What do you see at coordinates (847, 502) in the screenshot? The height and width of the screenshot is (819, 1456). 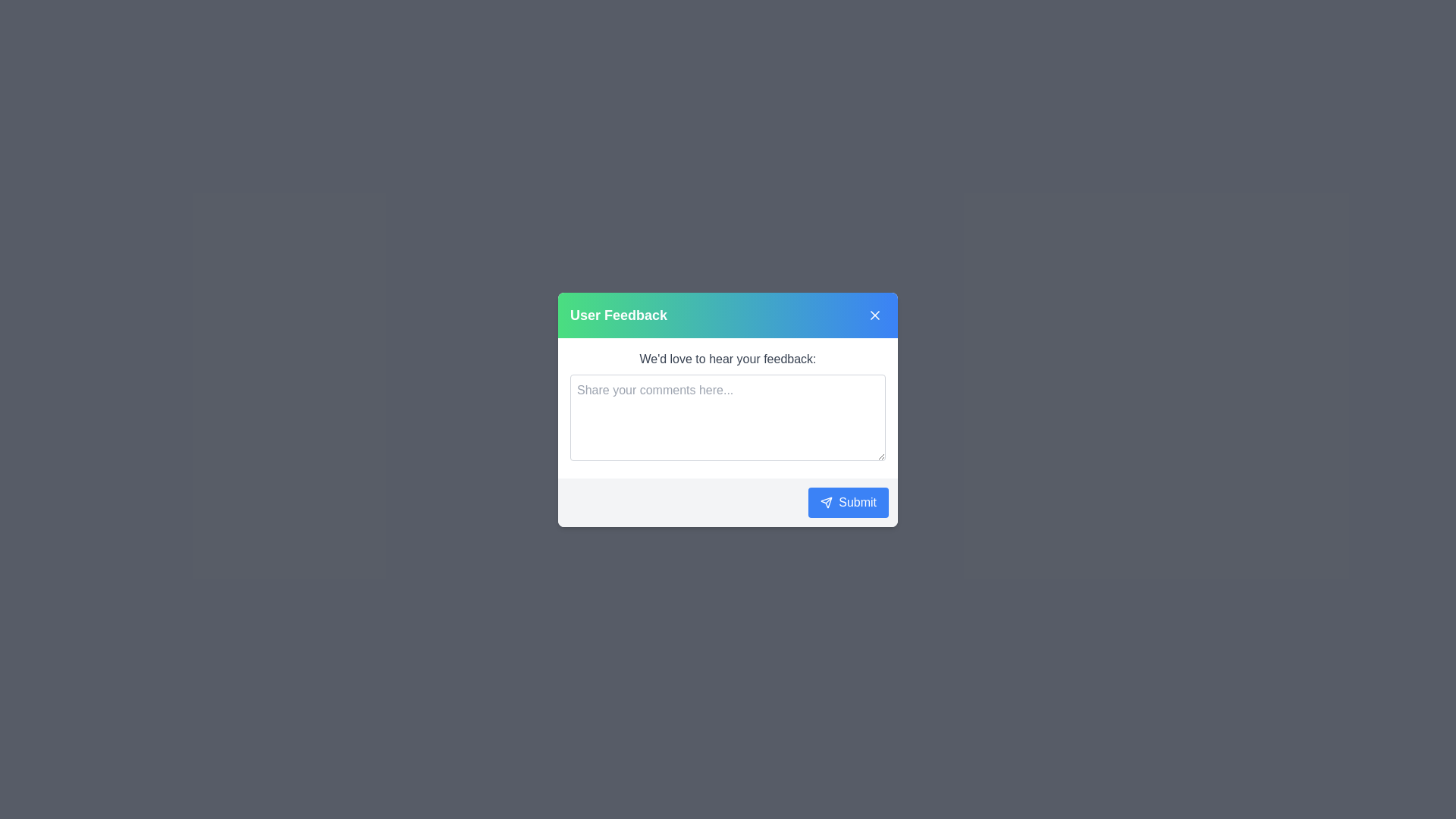 I see `the 'Submit' button with a blue background and paper plane icon located at the bottom right corner of the 'User Feedback' modal` at bounding box center [847, 502].